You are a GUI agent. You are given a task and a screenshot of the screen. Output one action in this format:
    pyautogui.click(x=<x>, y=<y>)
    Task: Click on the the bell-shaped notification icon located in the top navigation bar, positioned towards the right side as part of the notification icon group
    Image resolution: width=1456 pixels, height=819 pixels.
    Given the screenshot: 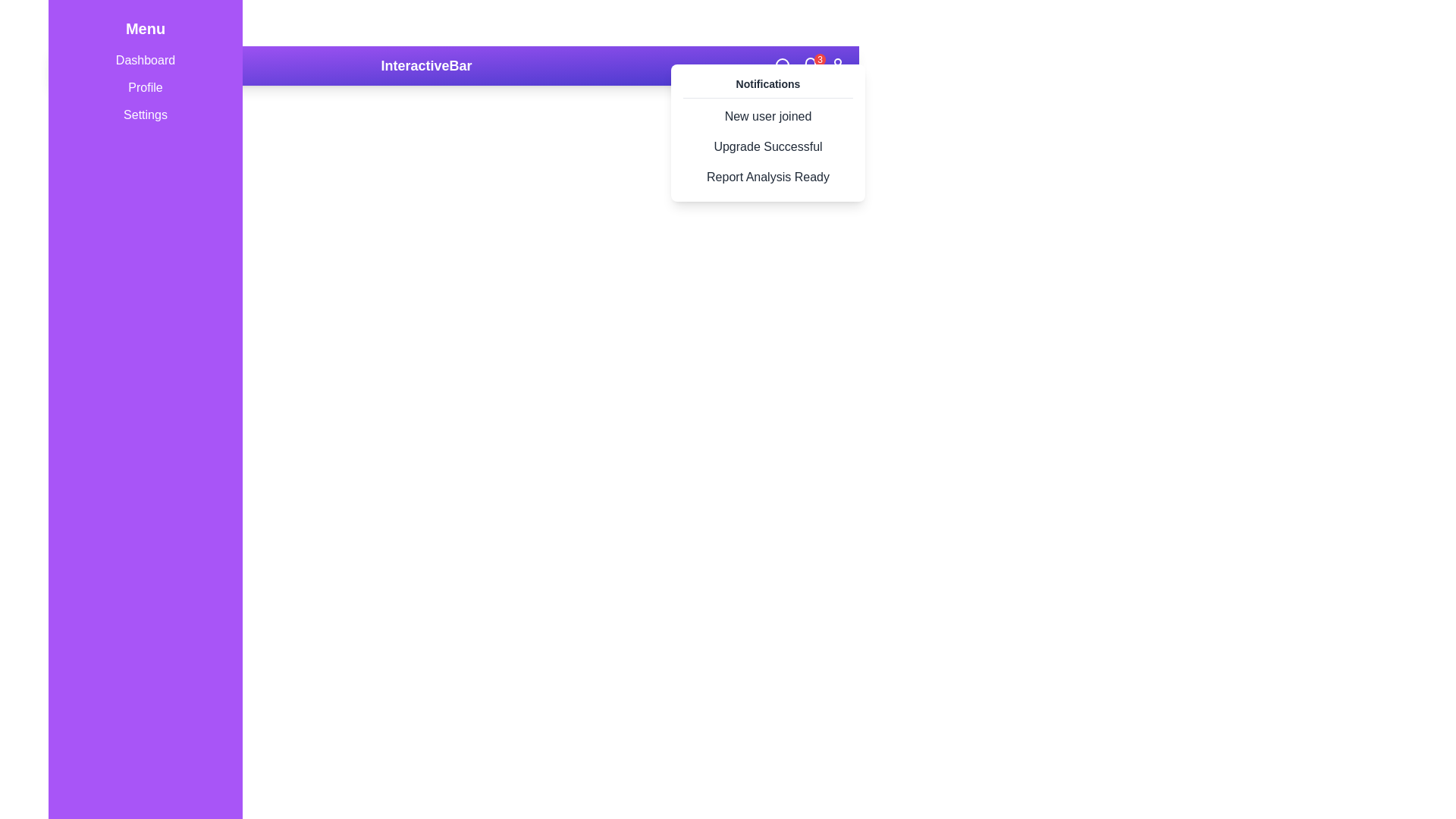 What is the action you would take?
    pyautogui.click(x=810, y=63)
    